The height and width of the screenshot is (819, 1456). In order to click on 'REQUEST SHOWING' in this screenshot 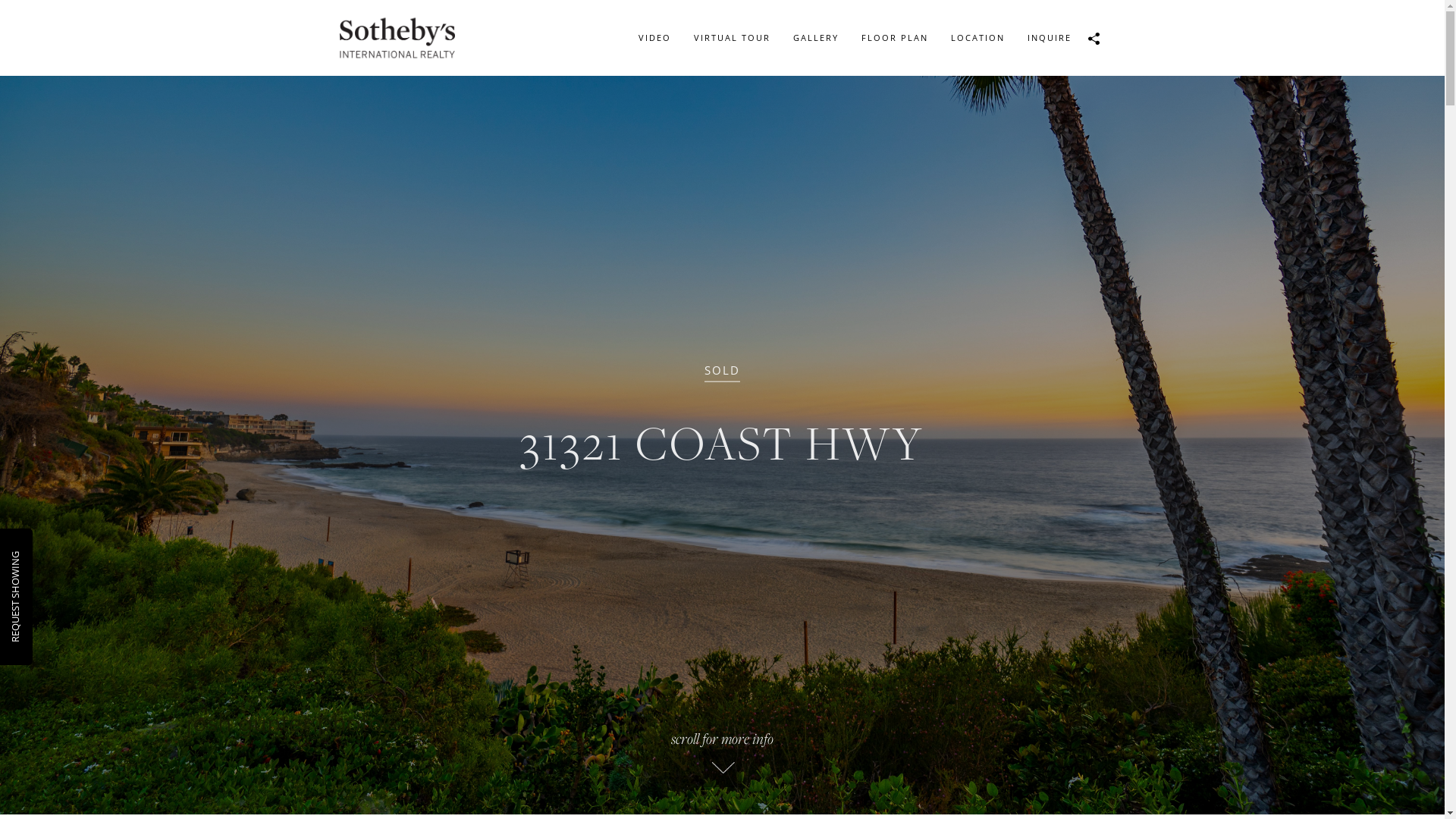, I will do `click(54, 558)`.